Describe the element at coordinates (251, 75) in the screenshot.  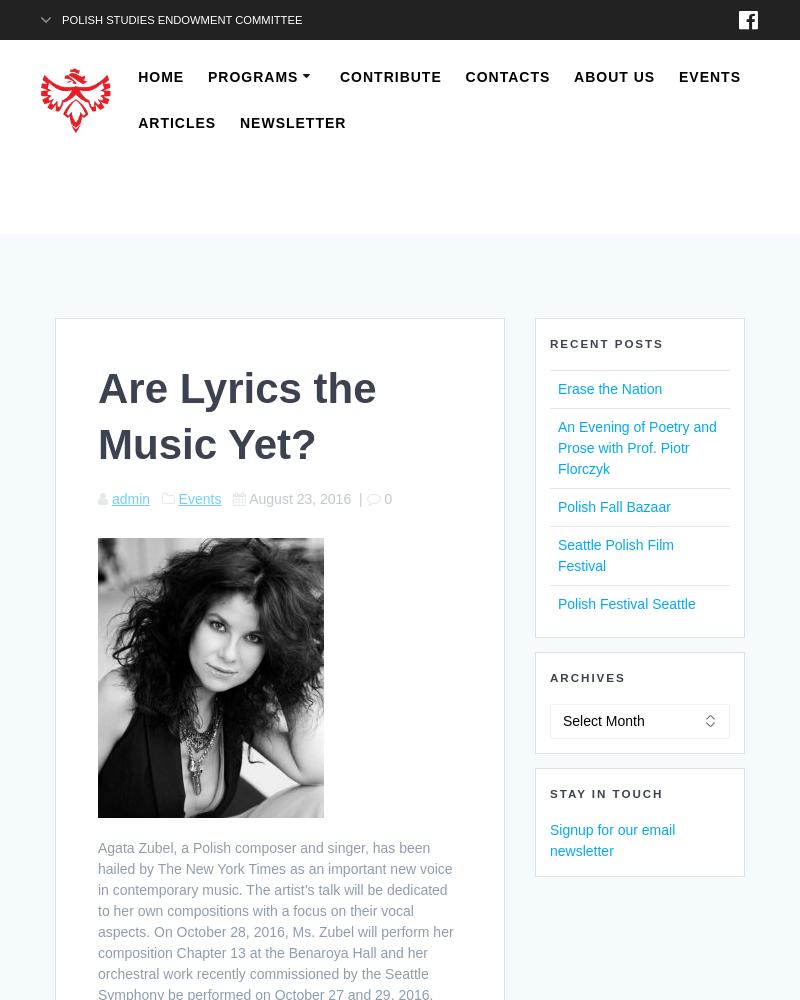
I see `'Programs'` at that location.